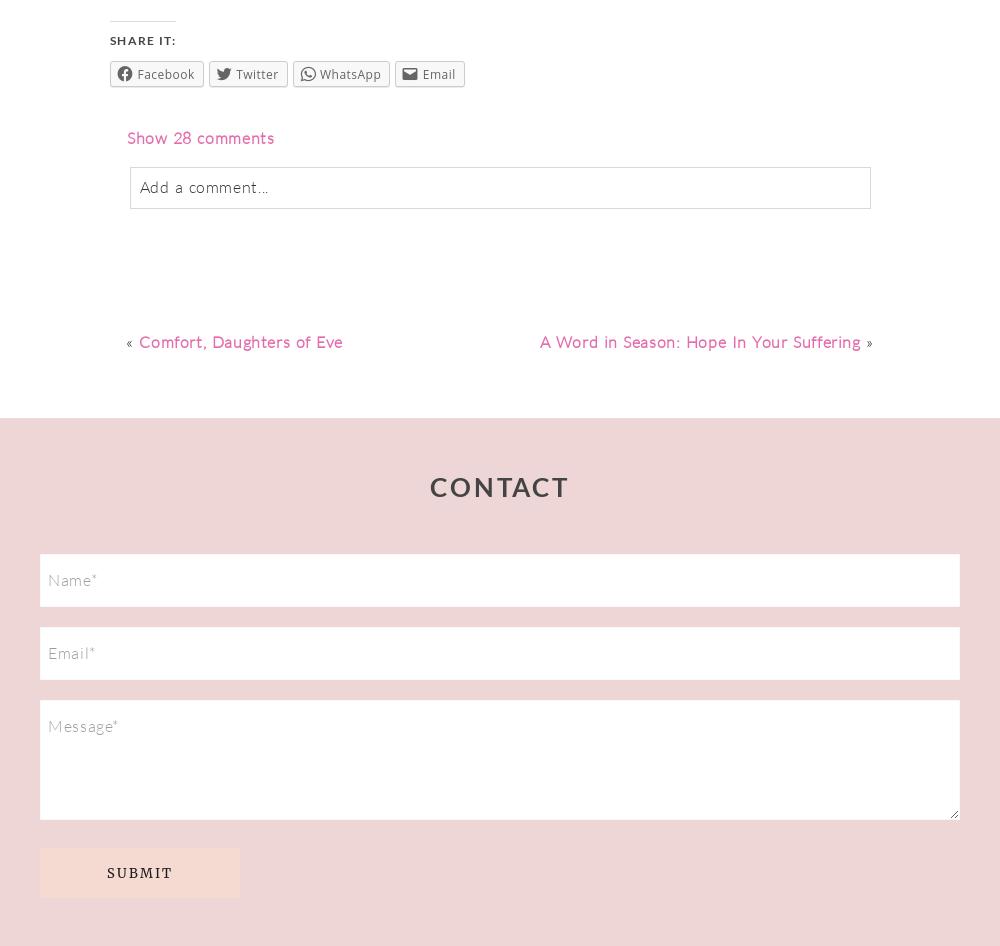 The width and height of the screenshot is (1000, 946). I want to click on 'Error submitting form, please try again.', so click(498, 724).